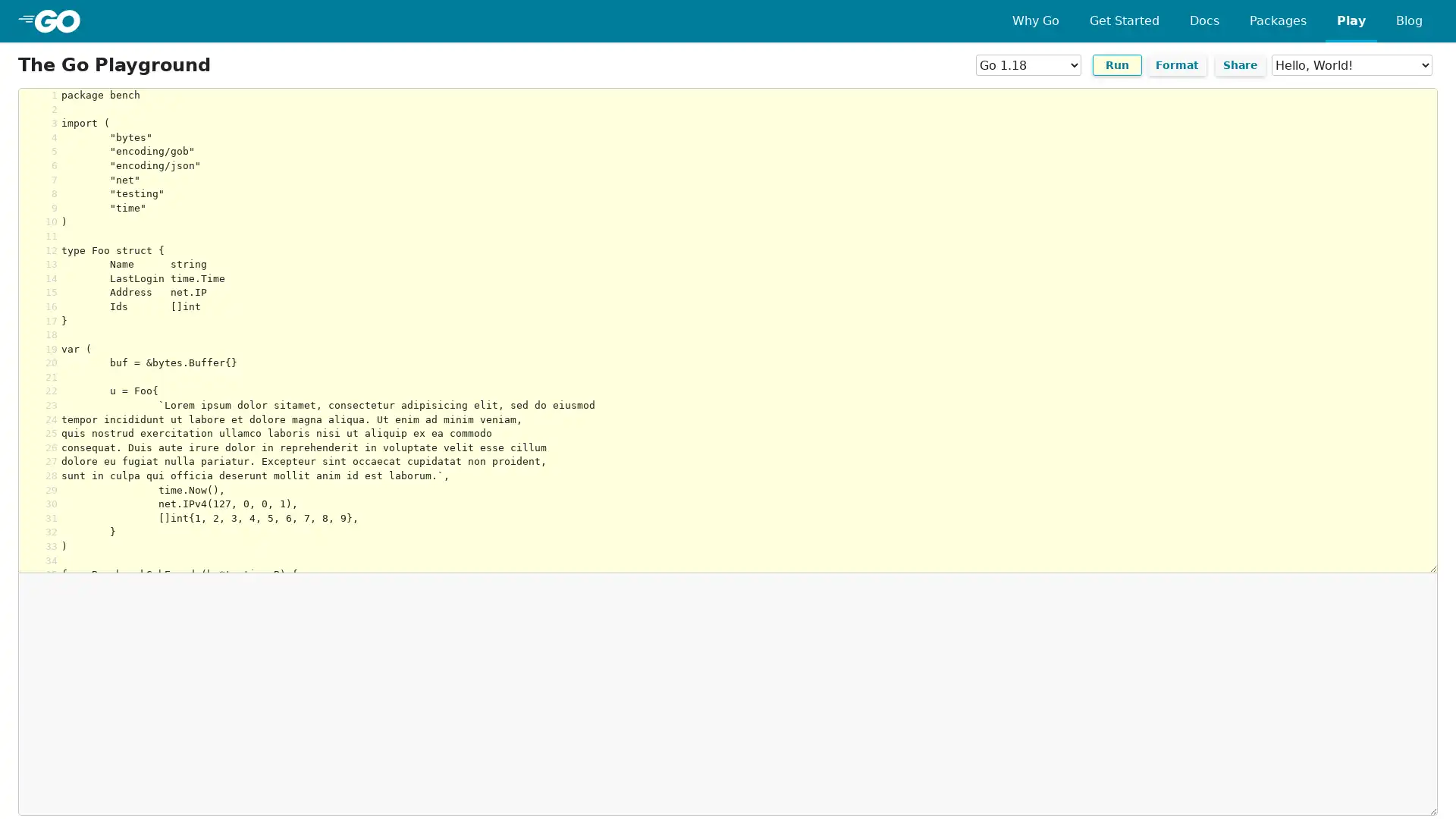  I want to click on Share, so click(1241, 64).